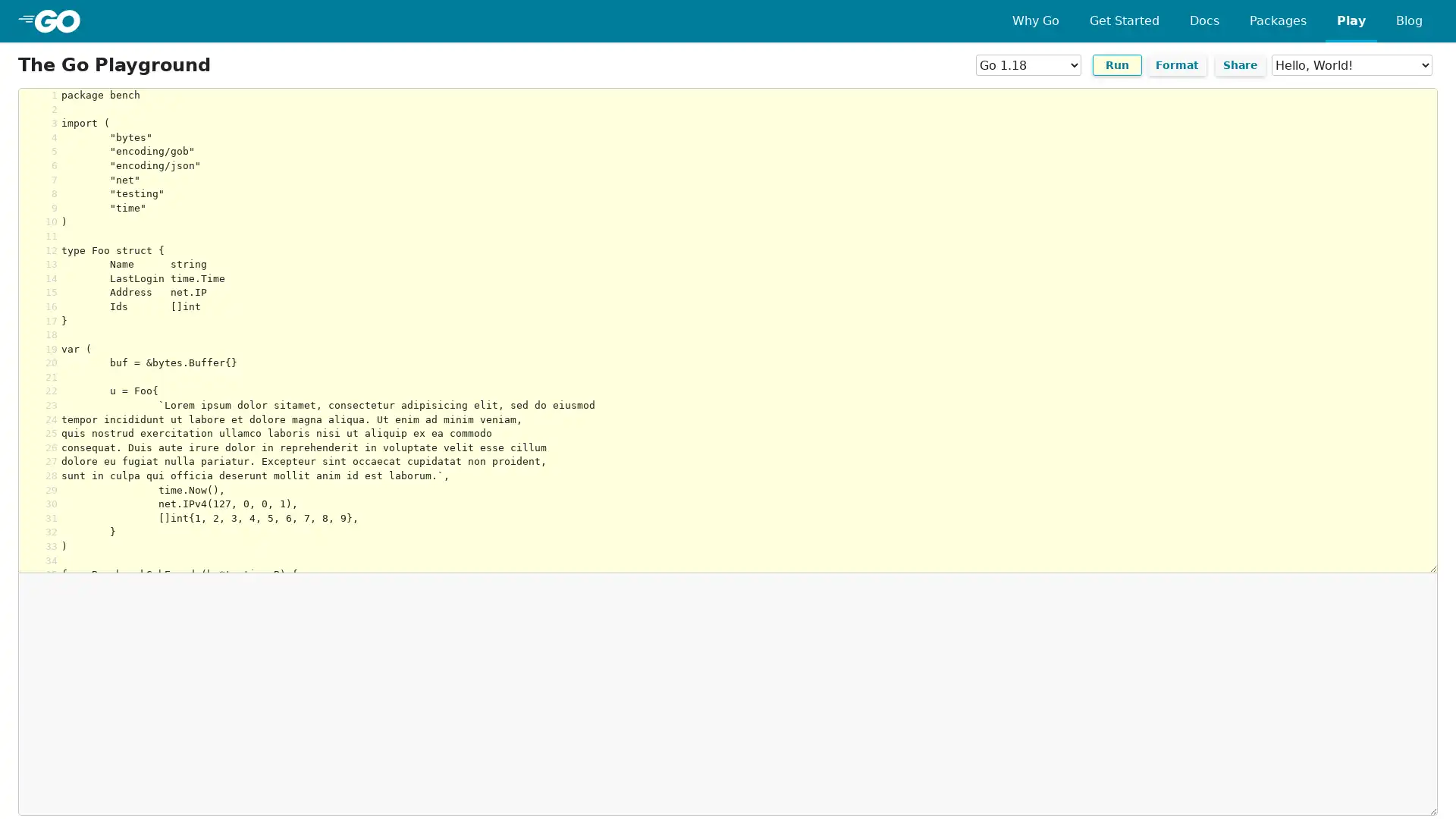  I want to click on Share, so click(1241, 64).